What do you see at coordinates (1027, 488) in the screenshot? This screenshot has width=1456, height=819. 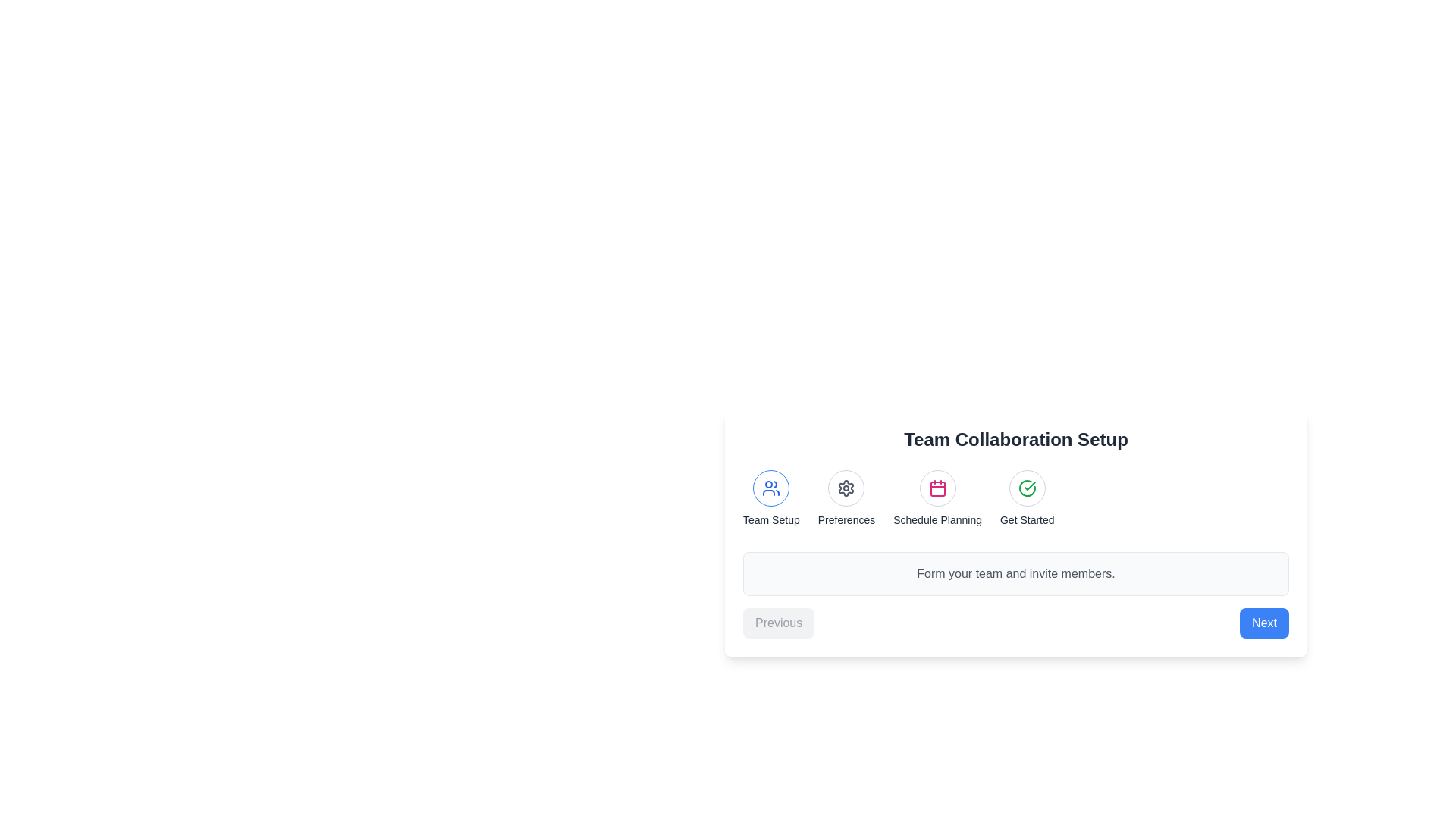 I see `the checkmark icon enclosed within a green circular outline, which is the fourth icon from the left in the 'Get Started' group of icons` at bounding box center [1027, 488].